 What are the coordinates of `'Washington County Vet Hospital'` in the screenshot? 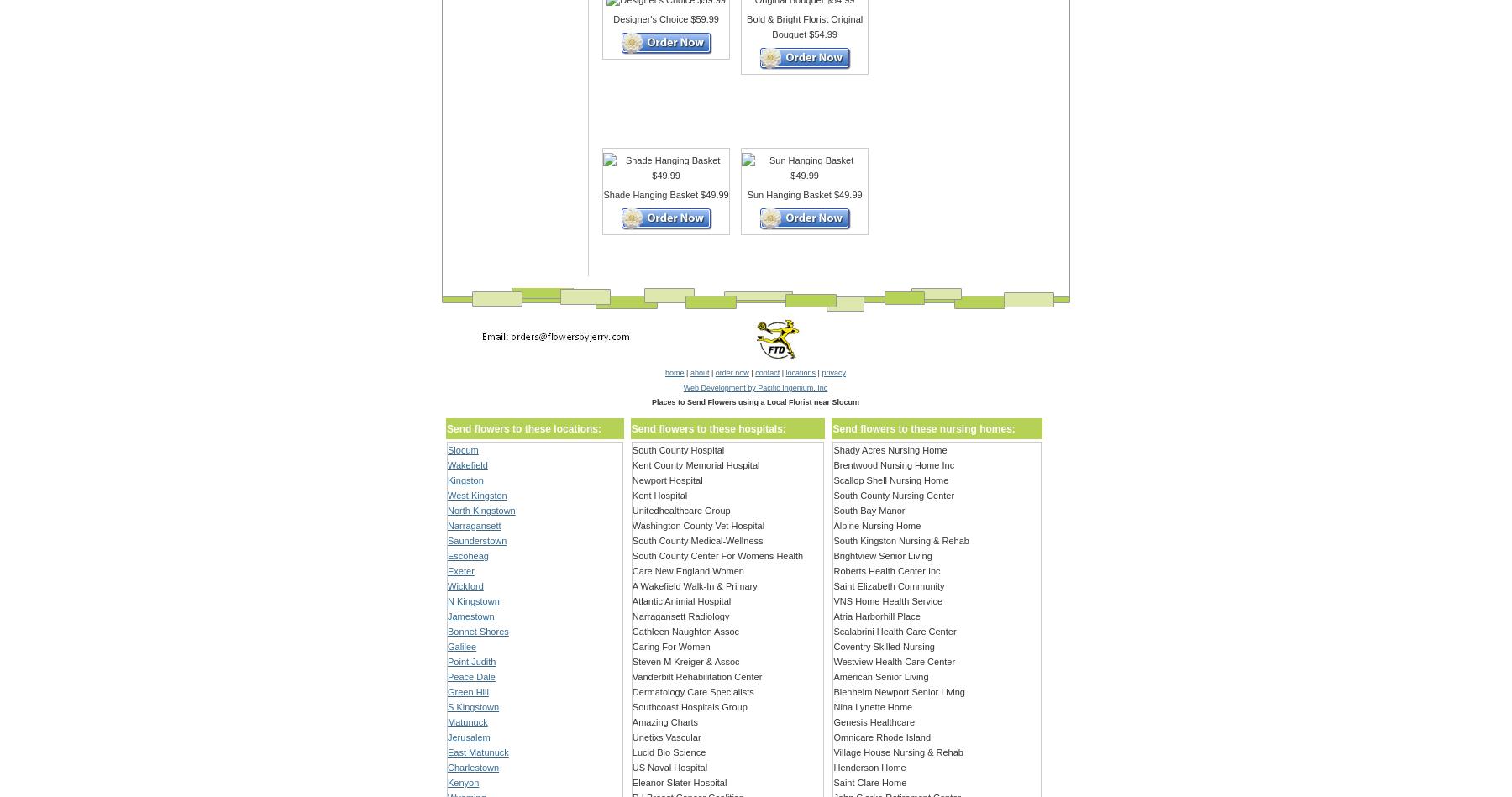 It's located at (698, 524).